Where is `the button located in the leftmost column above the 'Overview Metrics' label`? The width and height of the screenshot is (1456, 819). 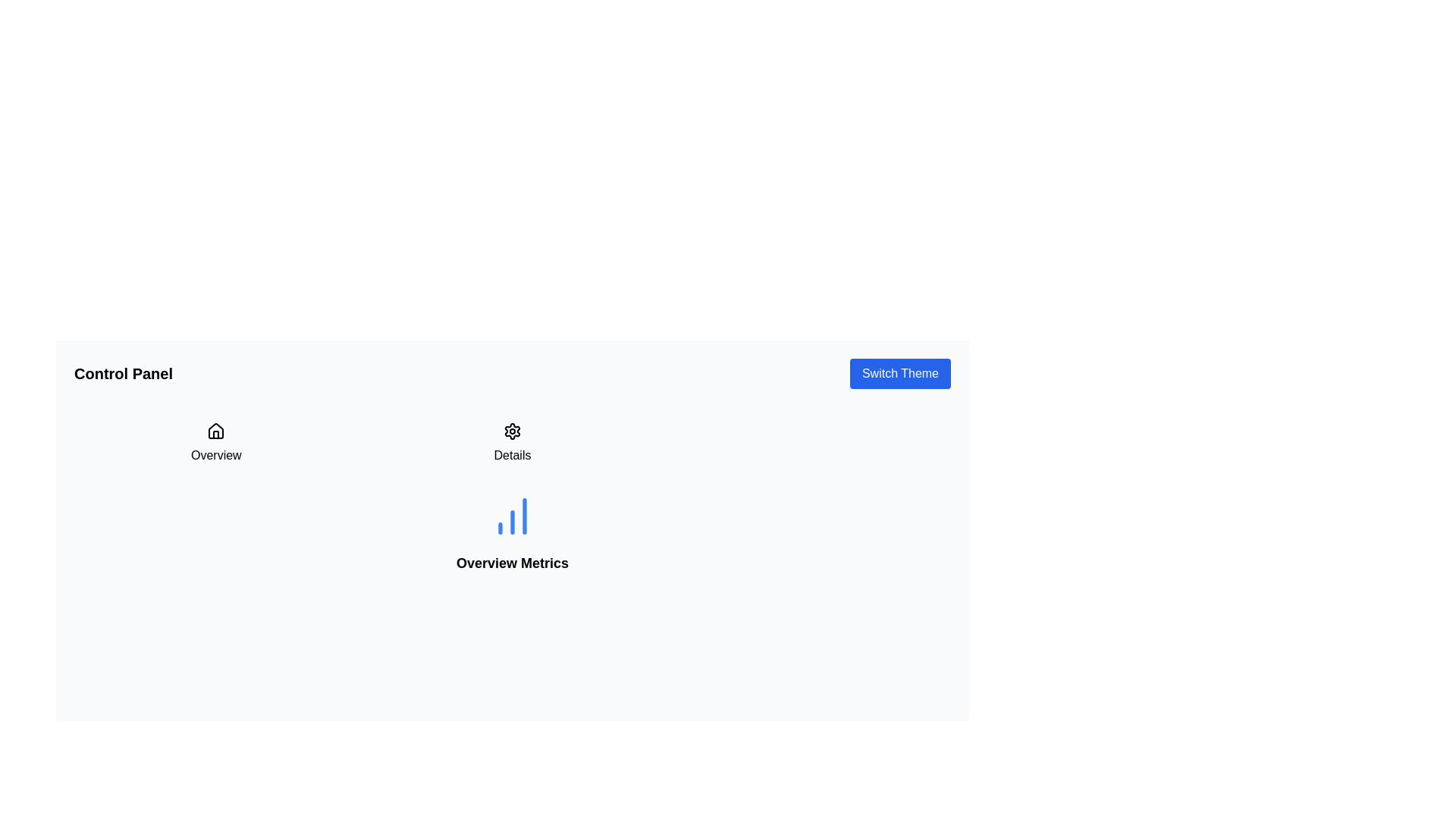
the button located in the leftmost column above the 'Overview Metrics' label is located at coordinates (215, 444).